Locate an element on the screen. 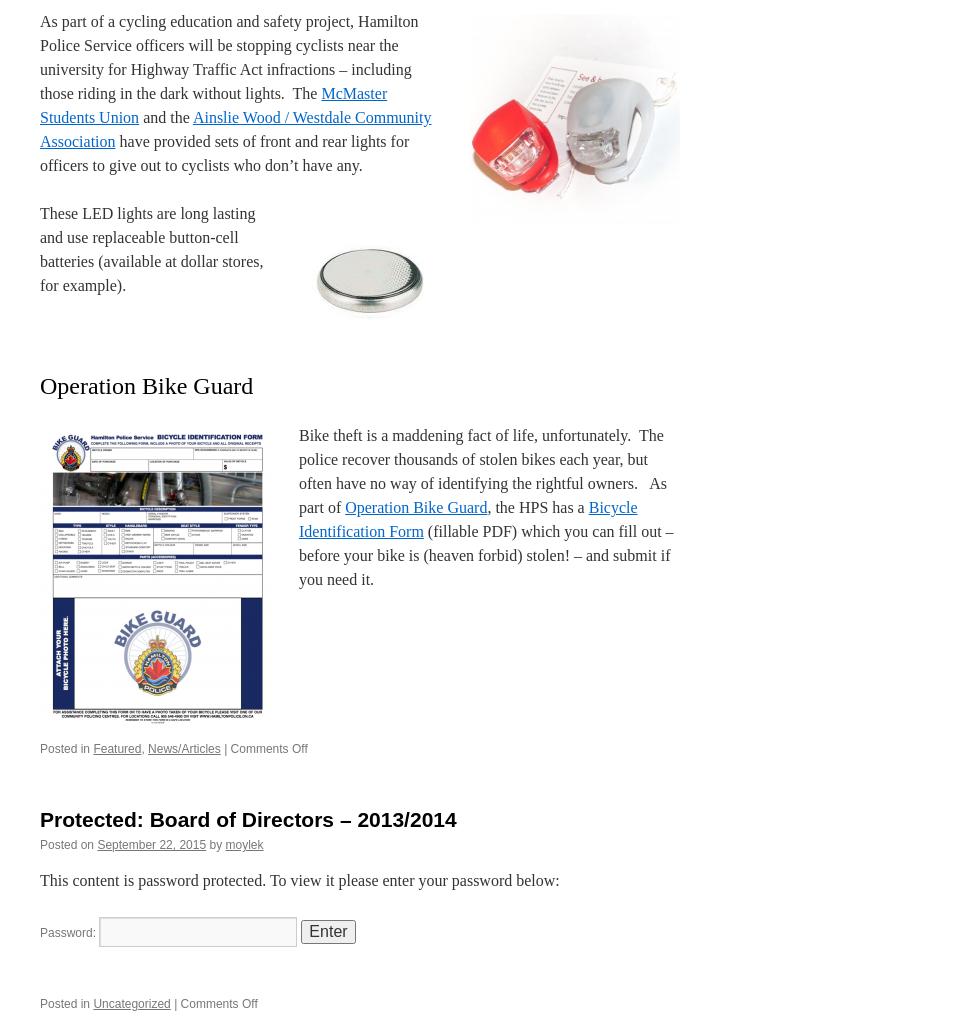 This screenshot has height=1022, width=980. ',' is located at coordinates (141, 747).